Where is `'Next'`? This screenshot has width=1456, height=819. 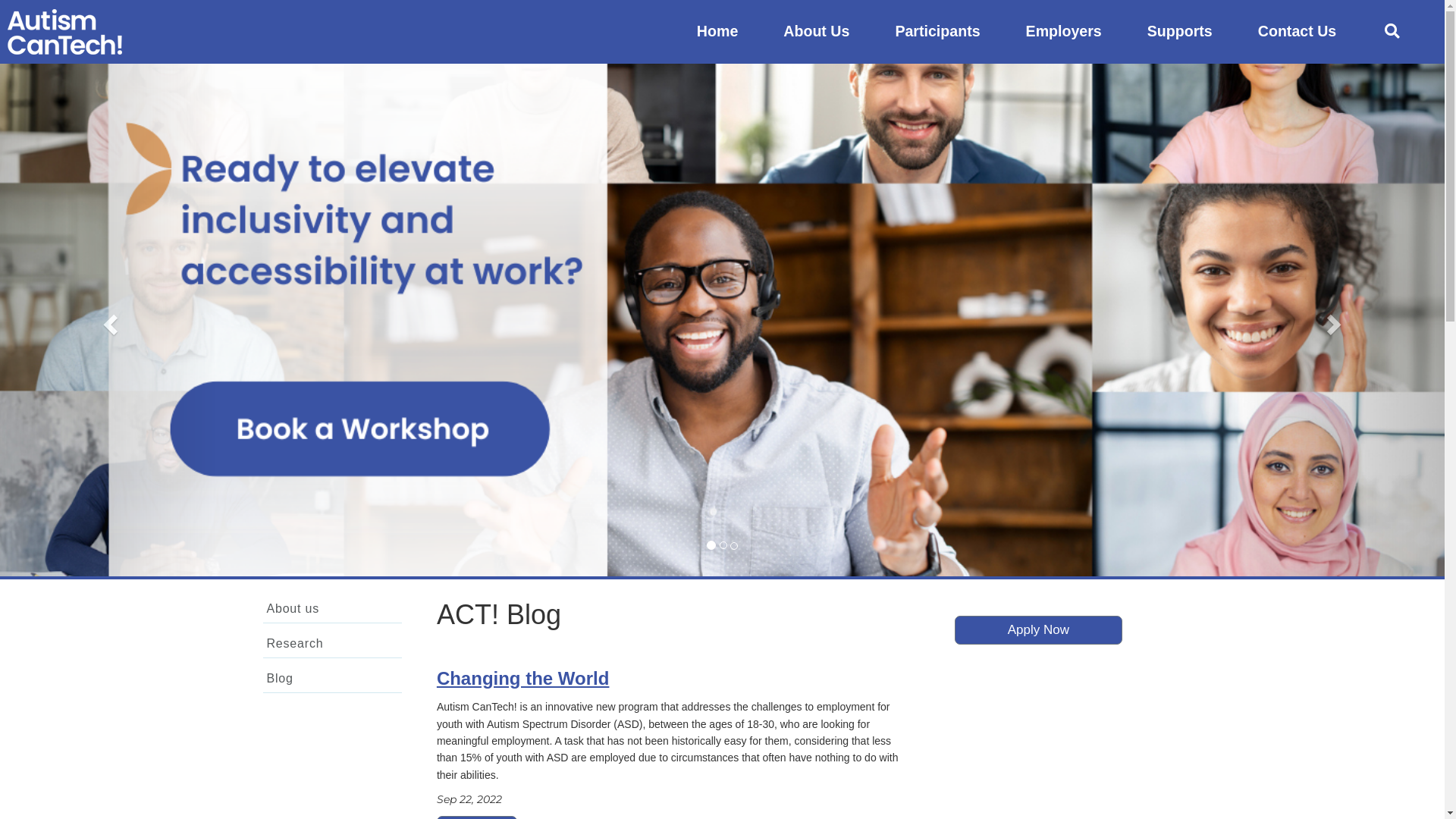
'Next' is located at coordinates (1335, 318).